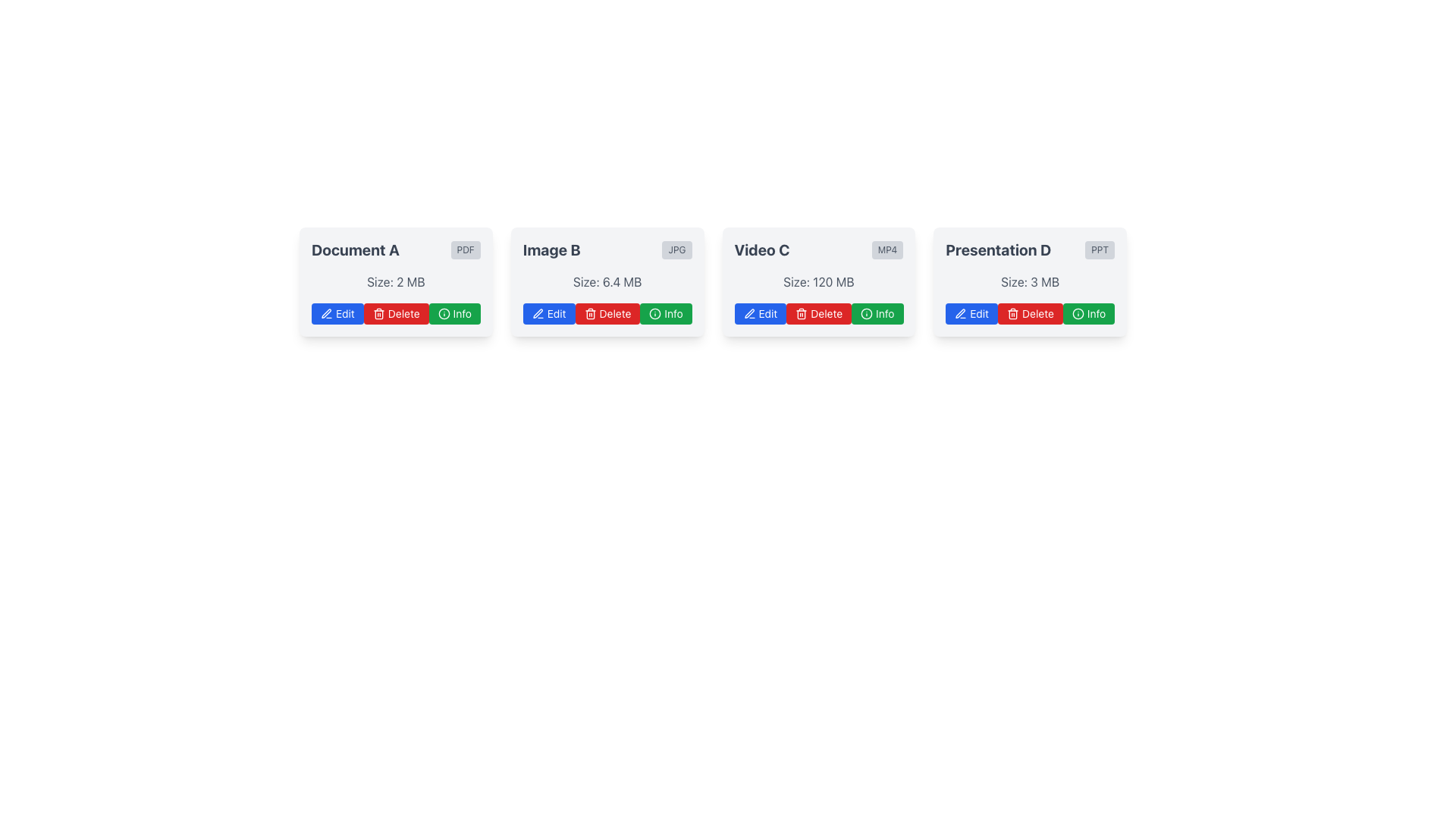  Describe the element at coordinates (607, 312) in the screenshot. I see `the 'Delete' button in the button group located at the bottom of the card labeled 'Image B'` at that location.